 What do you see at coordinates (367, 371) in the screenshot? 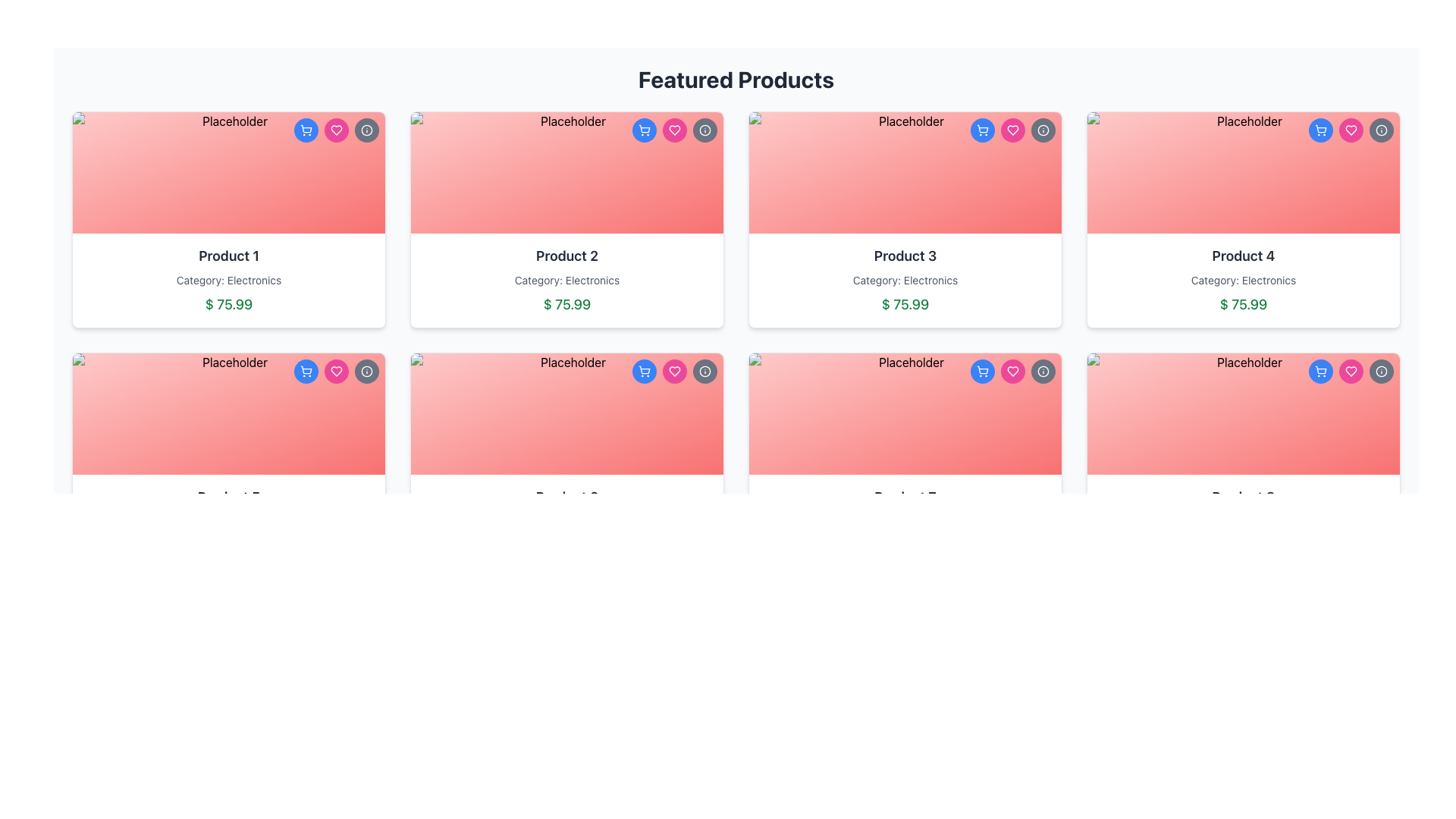
I see `the circular information icon located at the top-right corner of the first product card` at bounding box center [367, 371].